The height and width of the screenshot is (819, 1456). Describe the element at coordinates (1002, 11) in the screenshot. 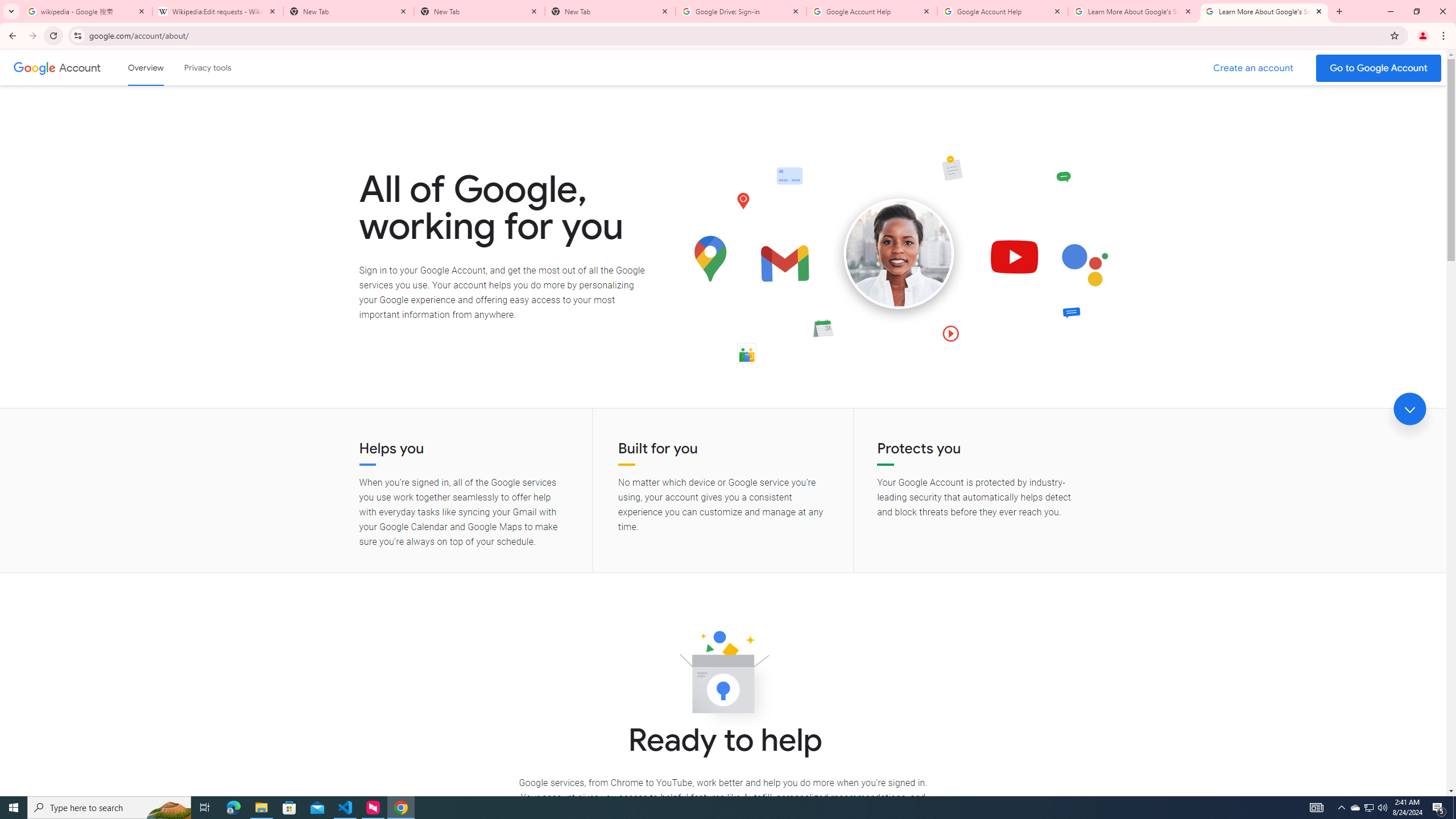

I see `'Google Account Help'` at that location.